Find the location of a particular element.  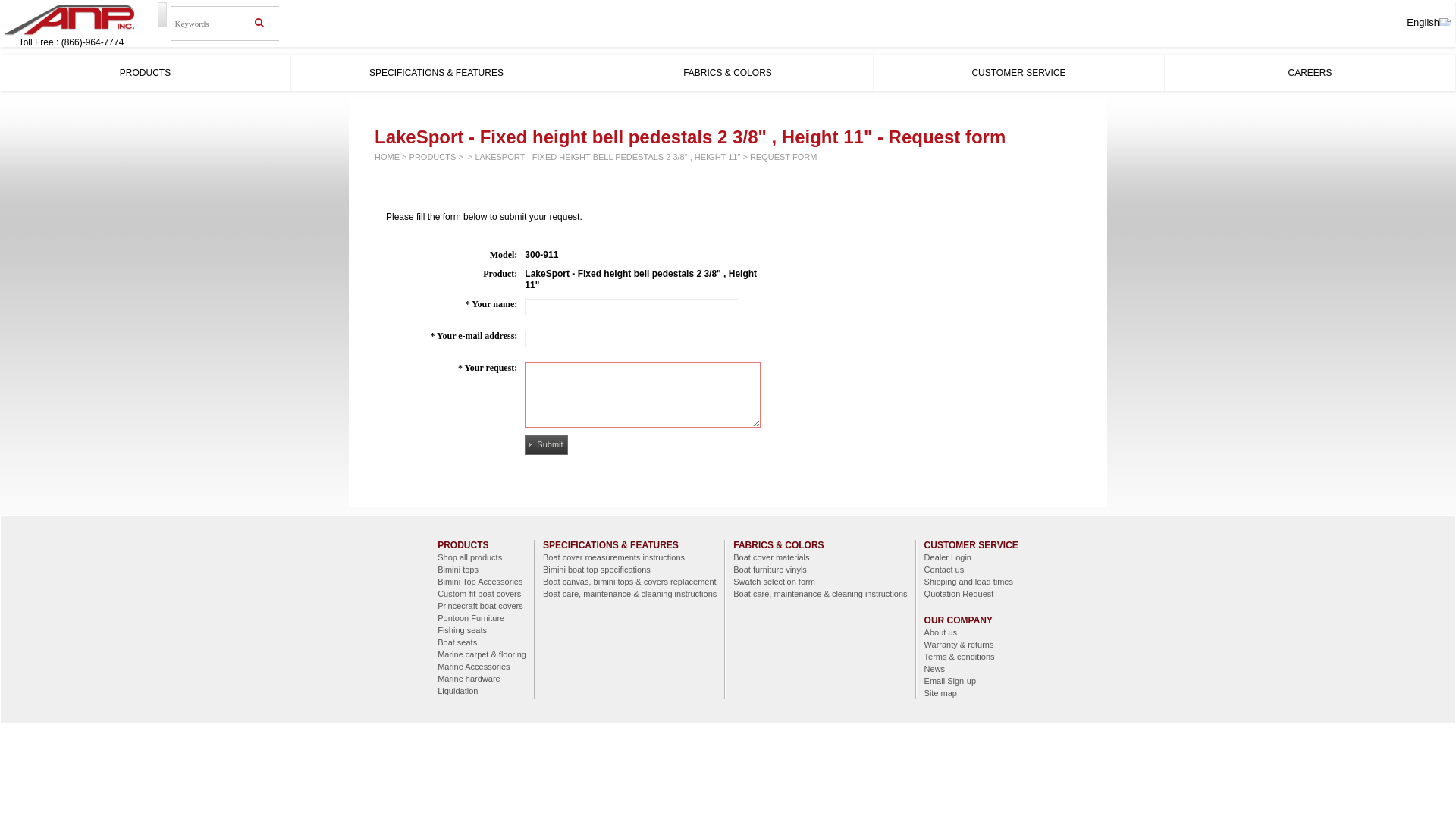

'Terms & conditions' is located at coordinates (971, 656).